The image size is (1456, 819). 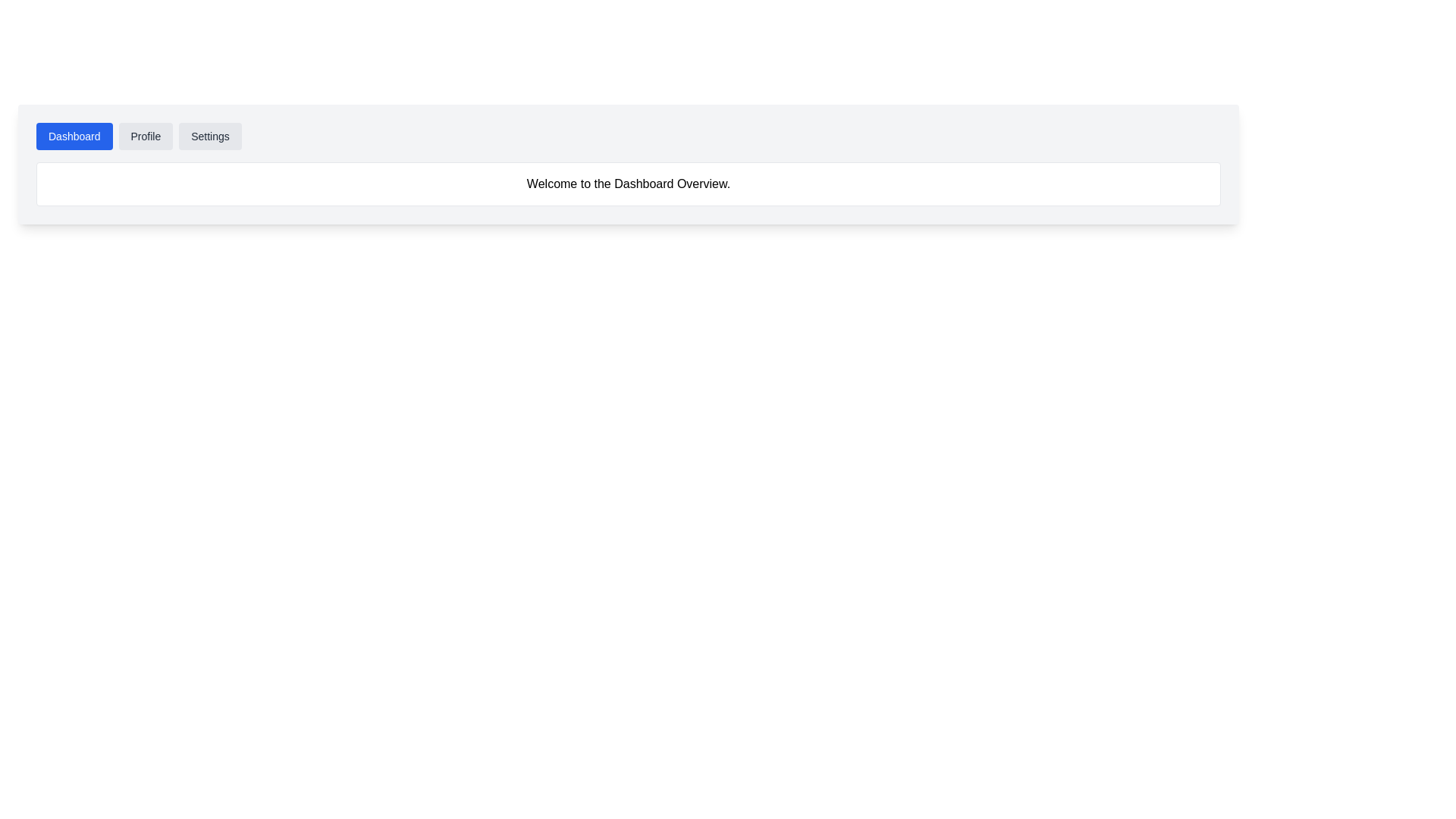 I want to click on the tab labeled Dashboard to view its content, so click(x=74, y=136).